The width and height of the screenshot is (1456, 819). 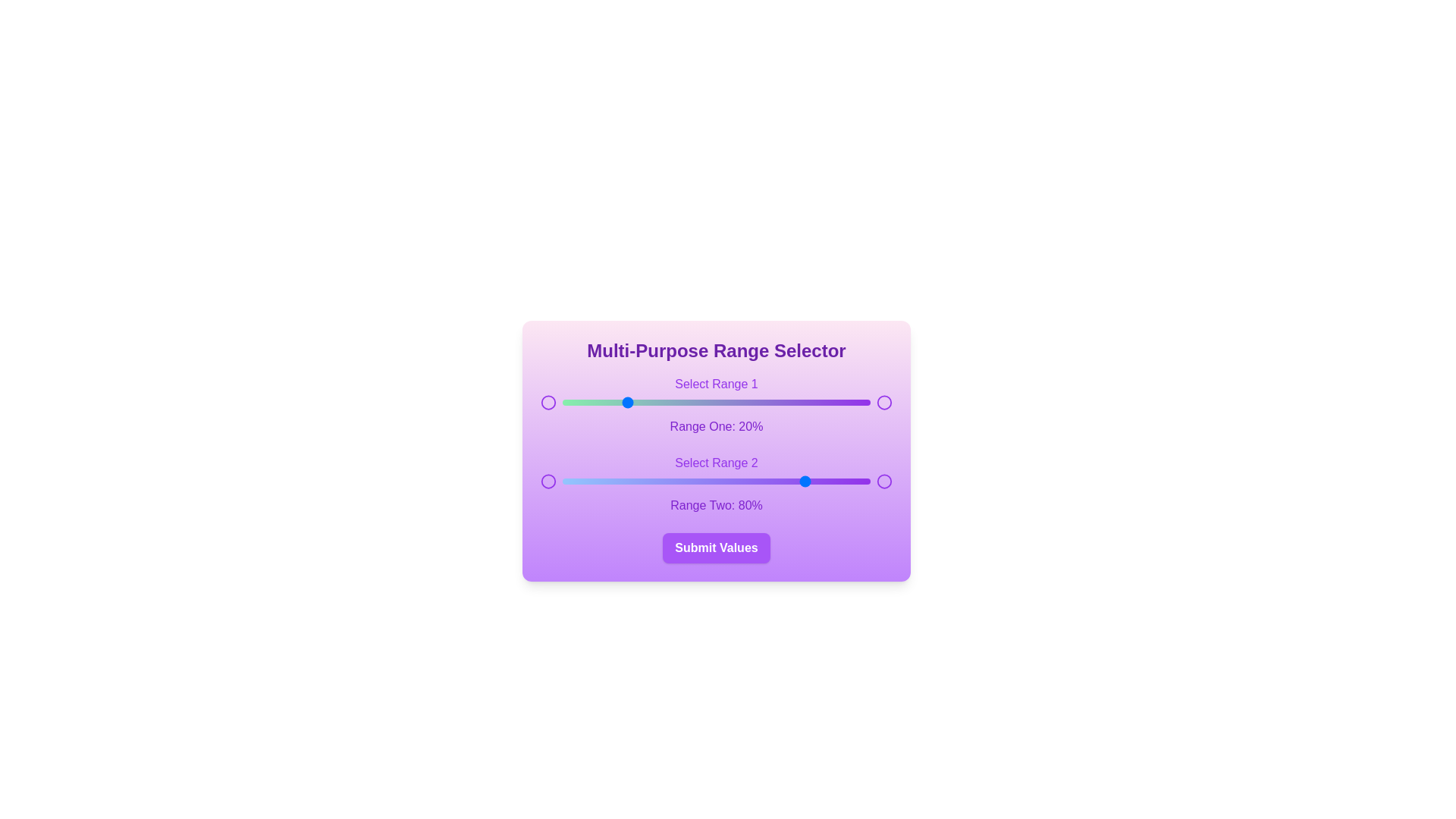 What do you see at coordinates (827, 402) in the screenshot?
I see `the slider handle to set the value to 86% for the selected range` at bounding box center [827, 402].